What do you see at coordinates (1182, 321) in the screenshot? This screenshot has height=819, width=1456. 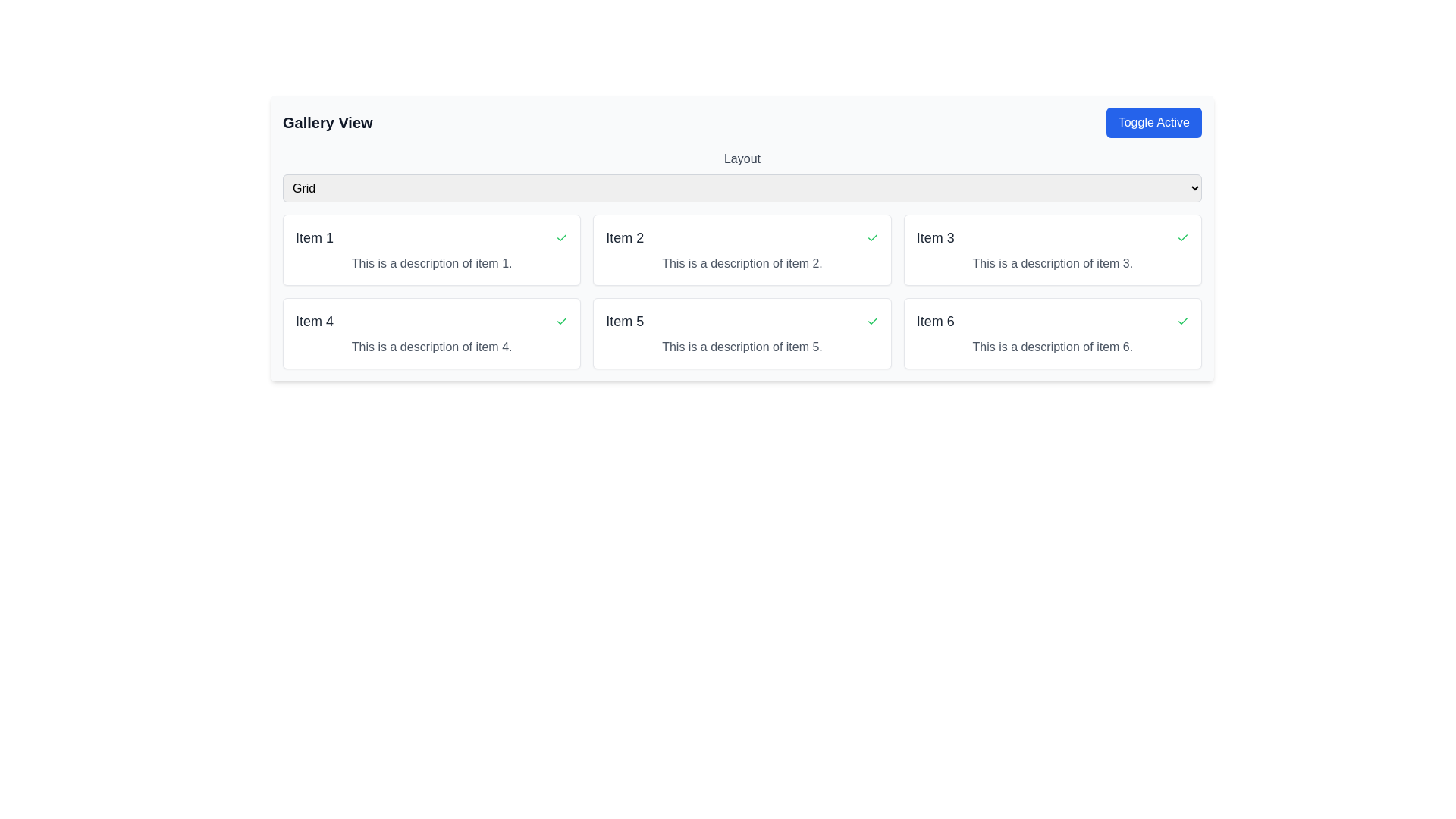 I see `the green checkmark icon located to the right of the text 'Item 6' within the card labeled 'Item 6'` at bounding box center [1182, 321].